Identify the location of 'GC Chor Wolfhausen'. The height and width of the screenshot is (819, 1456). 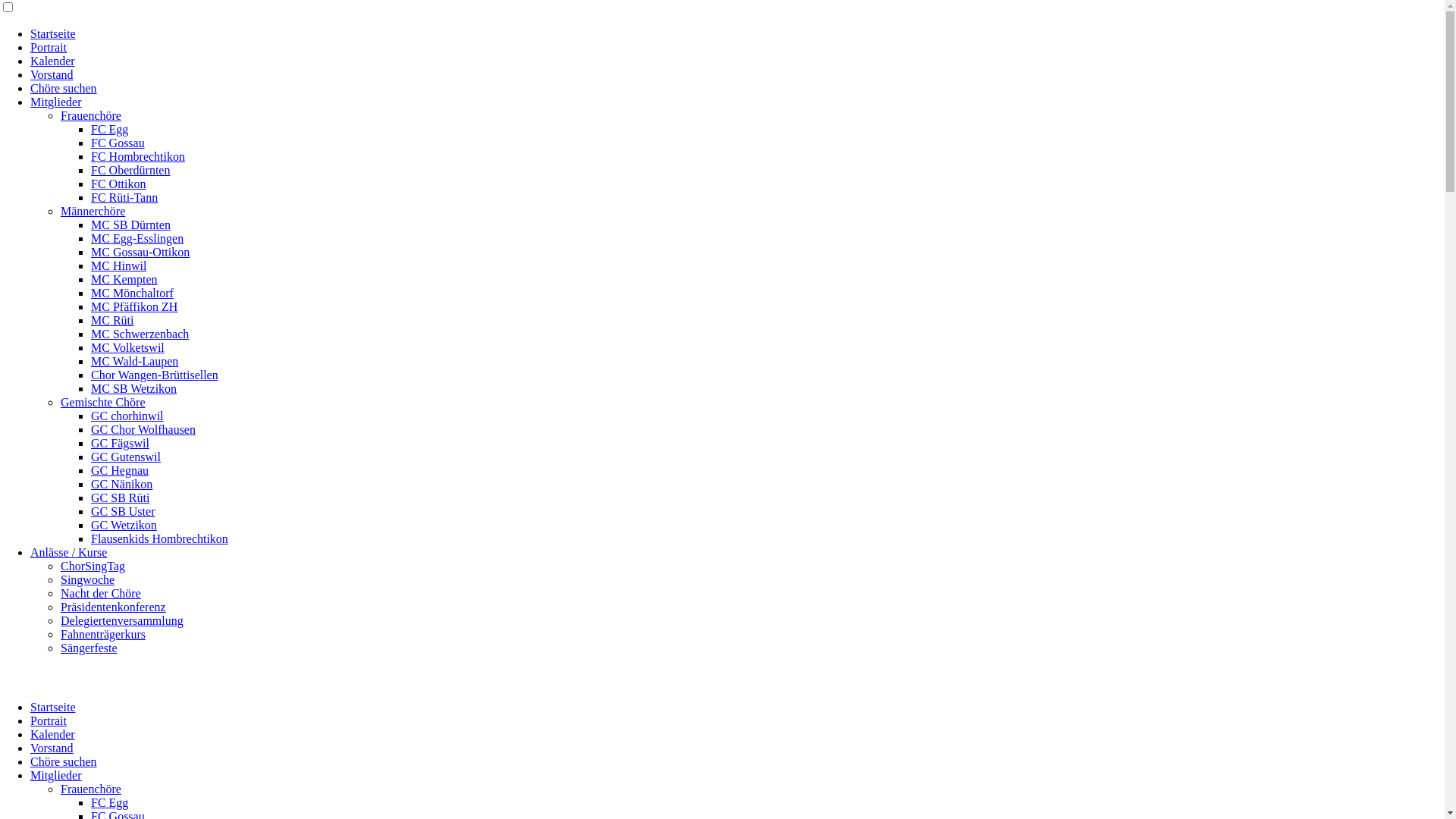
(143, 429).